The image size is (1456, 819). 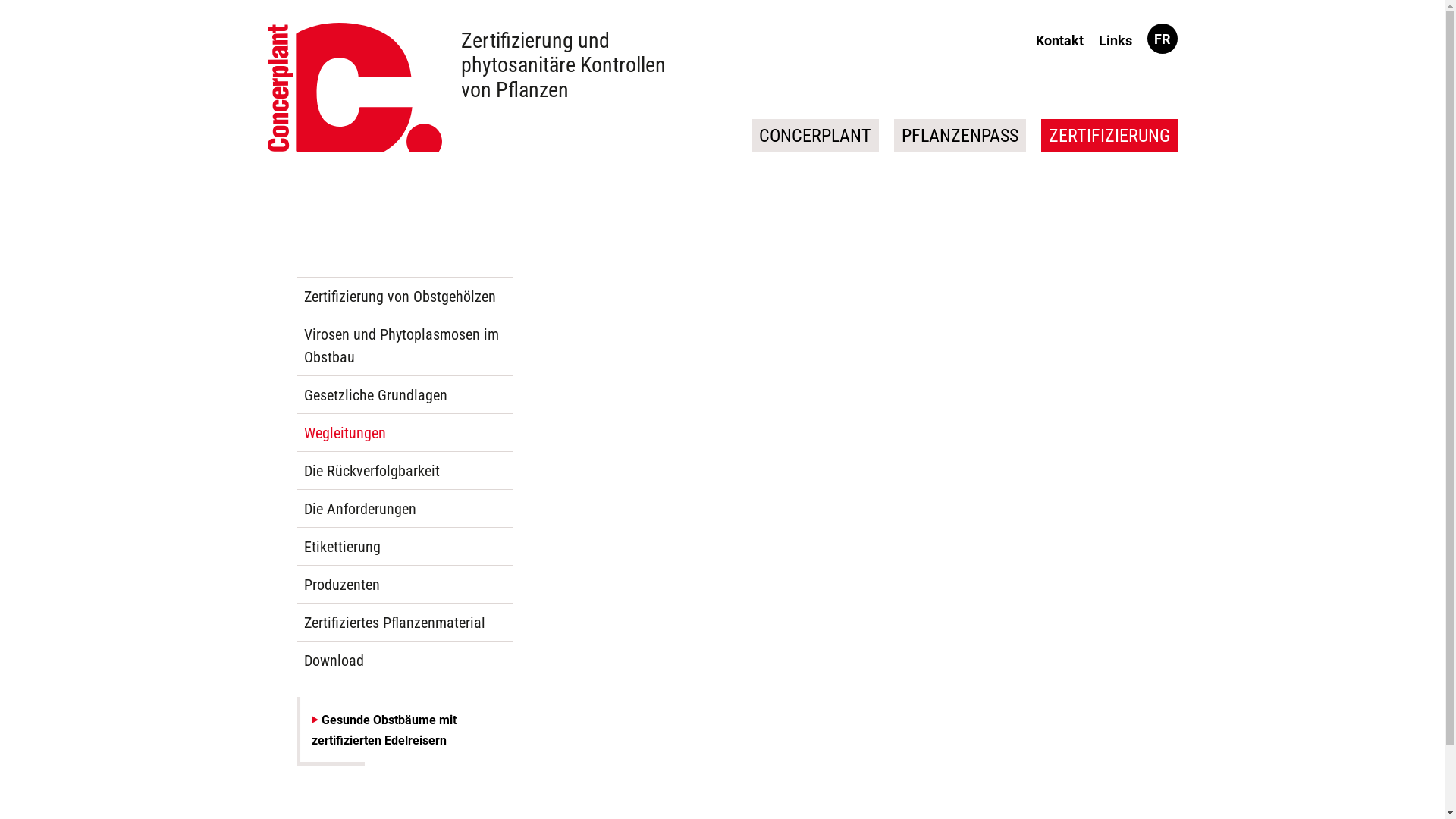 I want to click on 'Etikettierung', so click(x=403, y=547).